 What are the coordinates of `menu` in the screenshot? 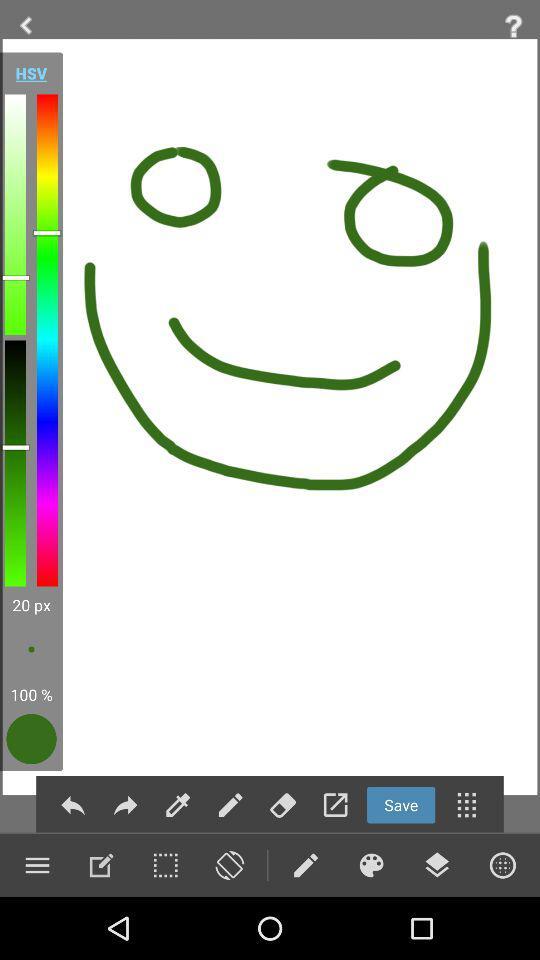 It's located at (37, 864).